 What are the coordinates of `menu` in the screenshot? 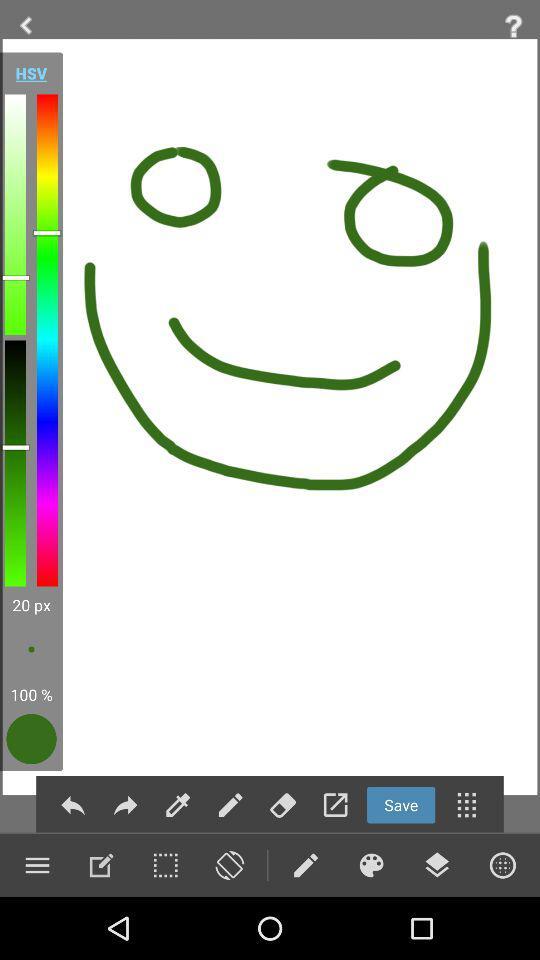 It's located at (37, 864).